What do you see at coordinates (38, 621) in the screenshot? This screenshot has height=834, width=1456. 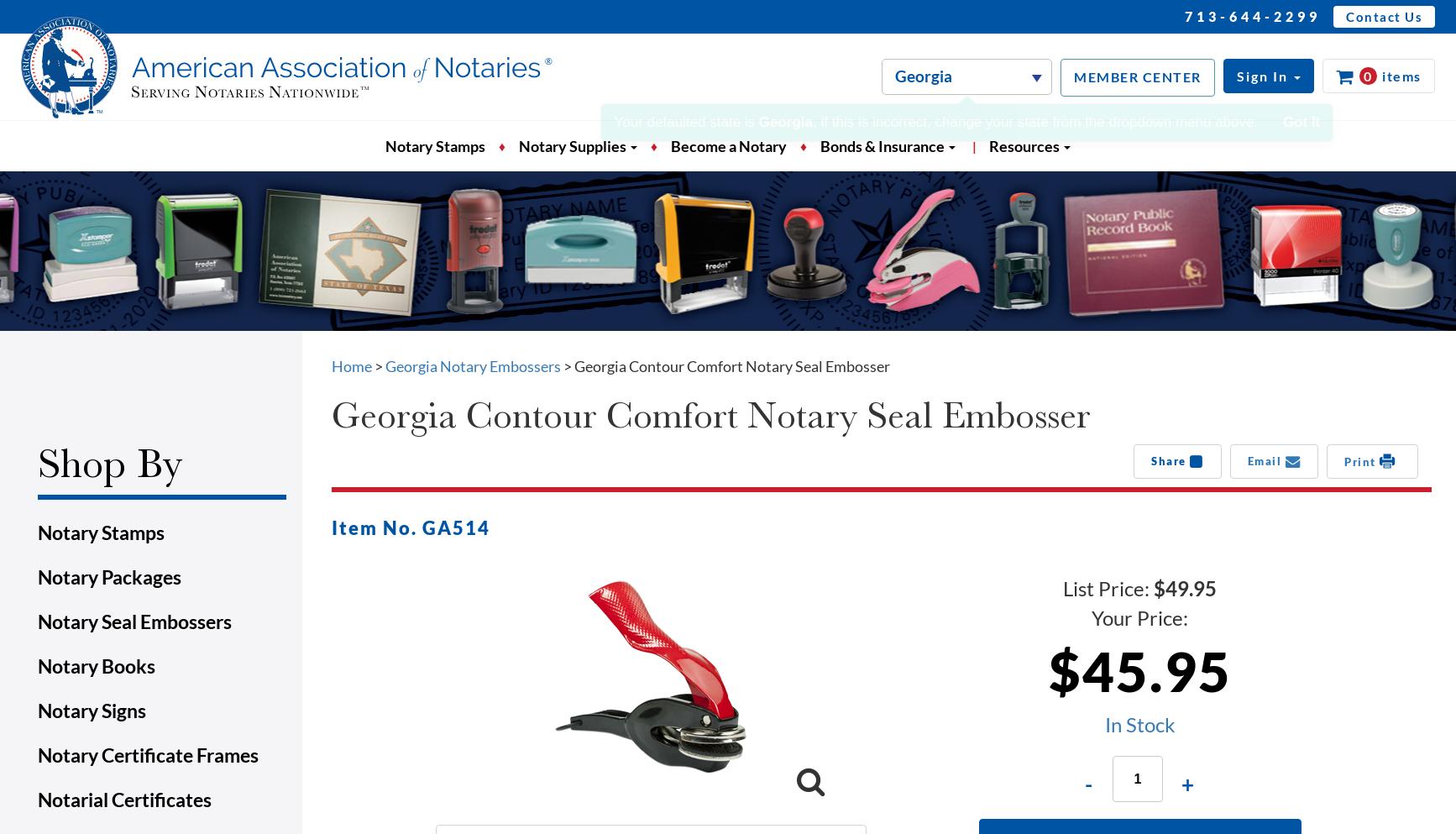 I see `'Notary Seal Embossers'` at bounding box center [38, 621].